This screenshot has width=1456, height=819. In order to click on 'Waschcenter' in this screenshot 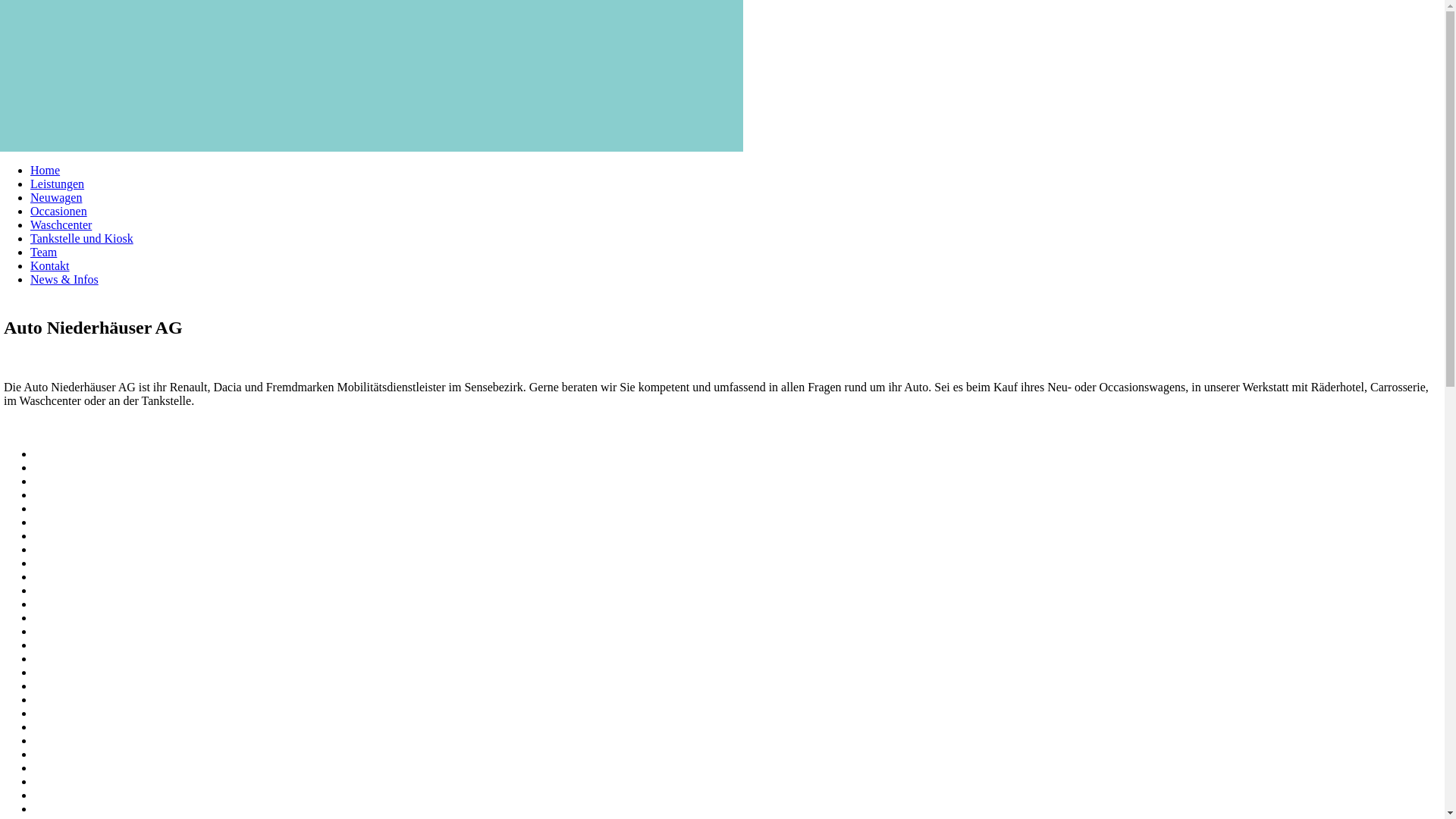, I will do `click(61, 224)`.